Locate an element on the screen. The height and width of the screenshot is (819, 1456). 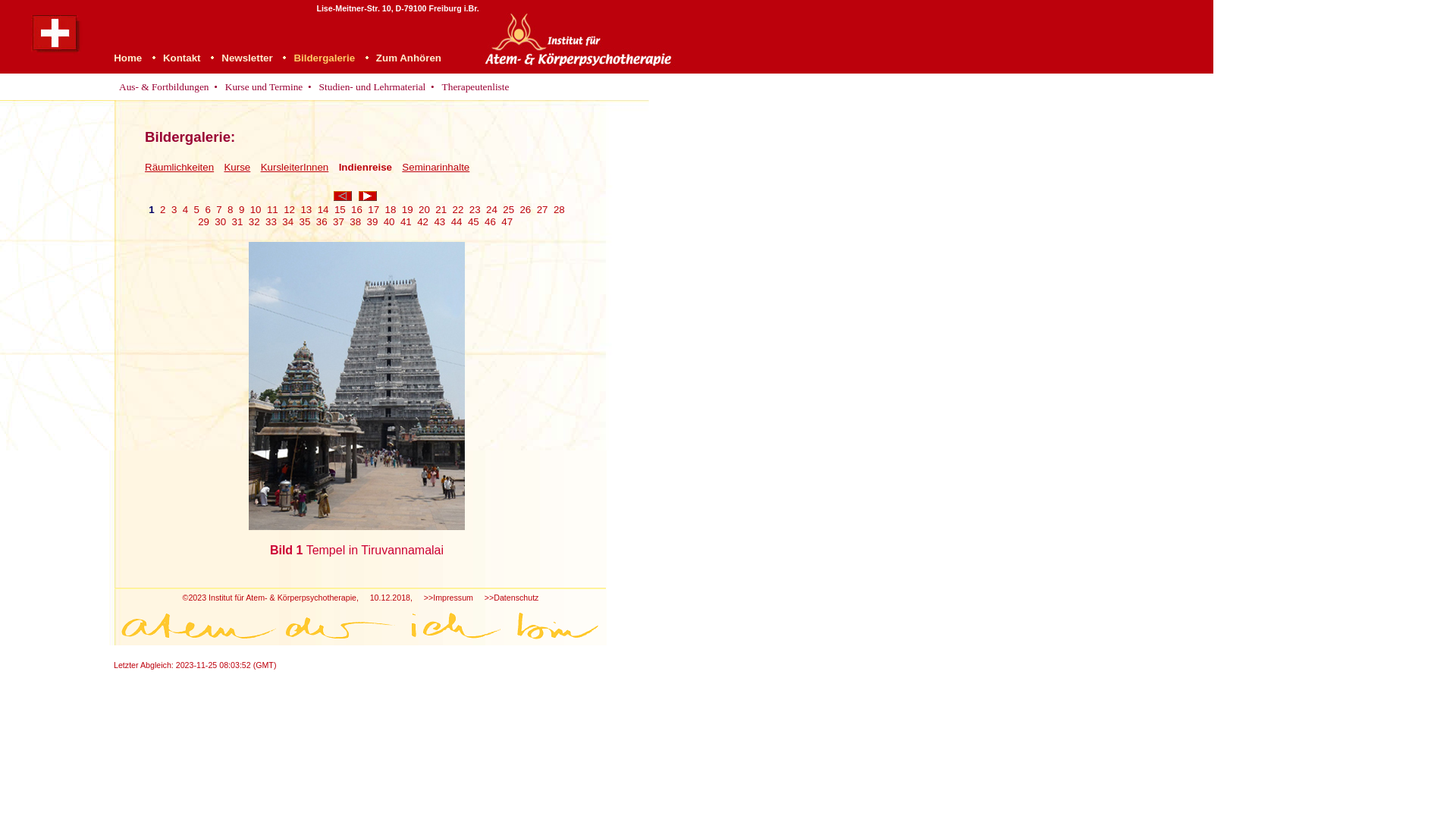
'10' is located at coordinates (250, 209).